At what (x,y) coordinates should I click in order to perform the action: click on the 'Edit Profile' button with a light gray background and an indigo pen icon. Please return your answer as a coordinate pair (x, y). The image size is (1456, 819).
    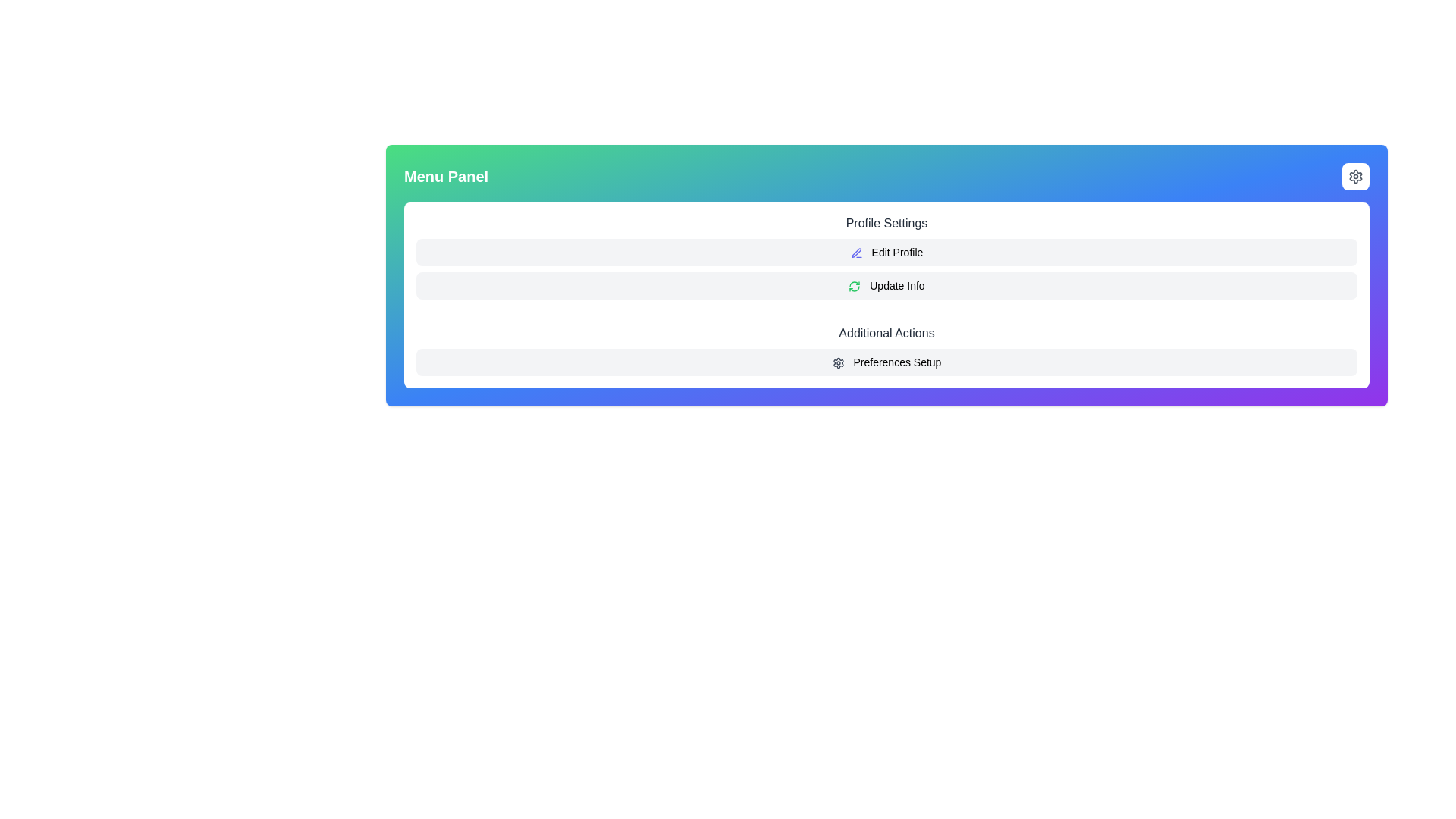
    Looking at the image, I should click on (886, 251).